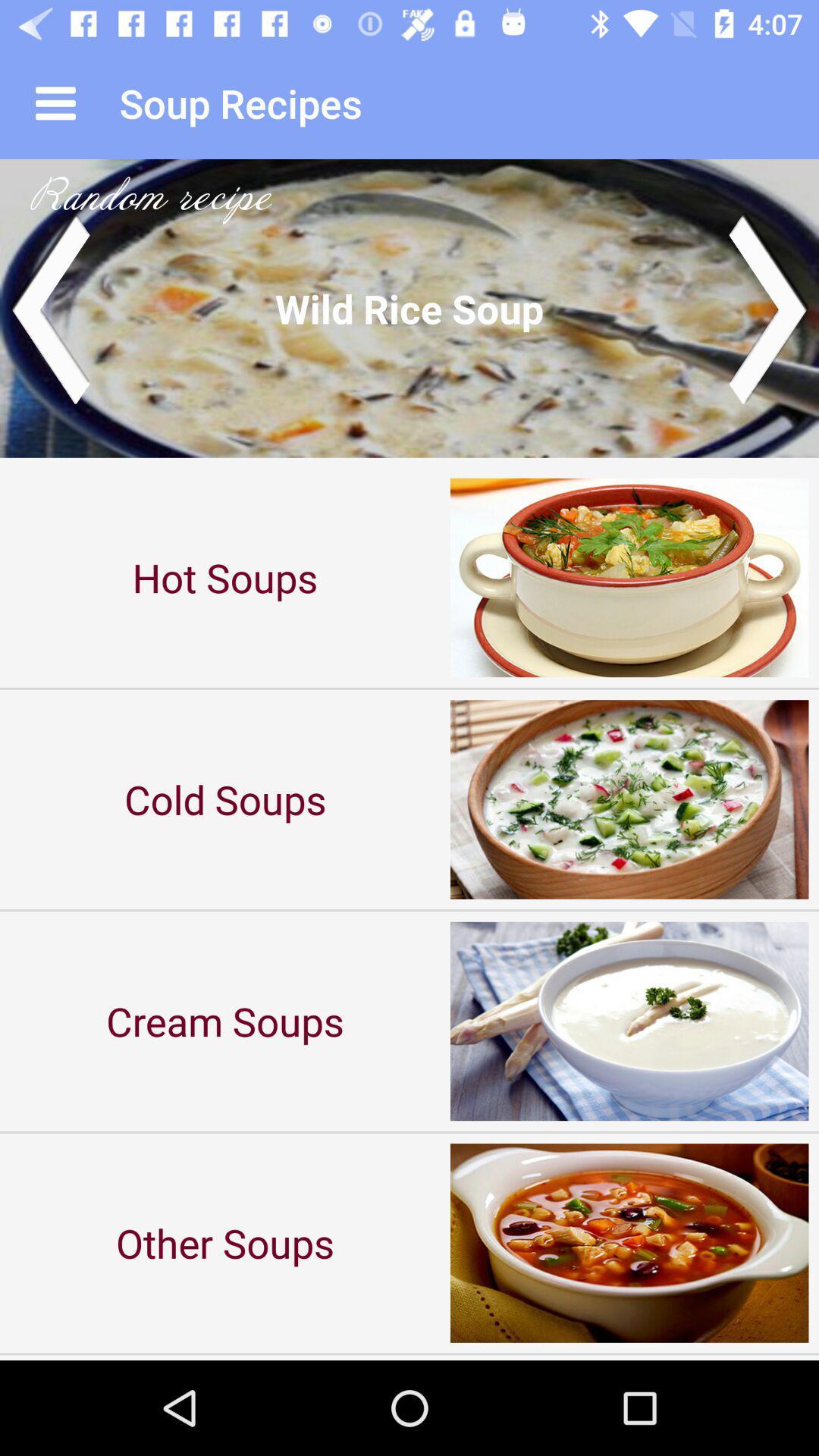 This screenshot has height=1456, width=819. What do you see at coordinates (409, 307) in the screenshot?
I see `the icon above the hot soups item` at bounding box center [409, 307].